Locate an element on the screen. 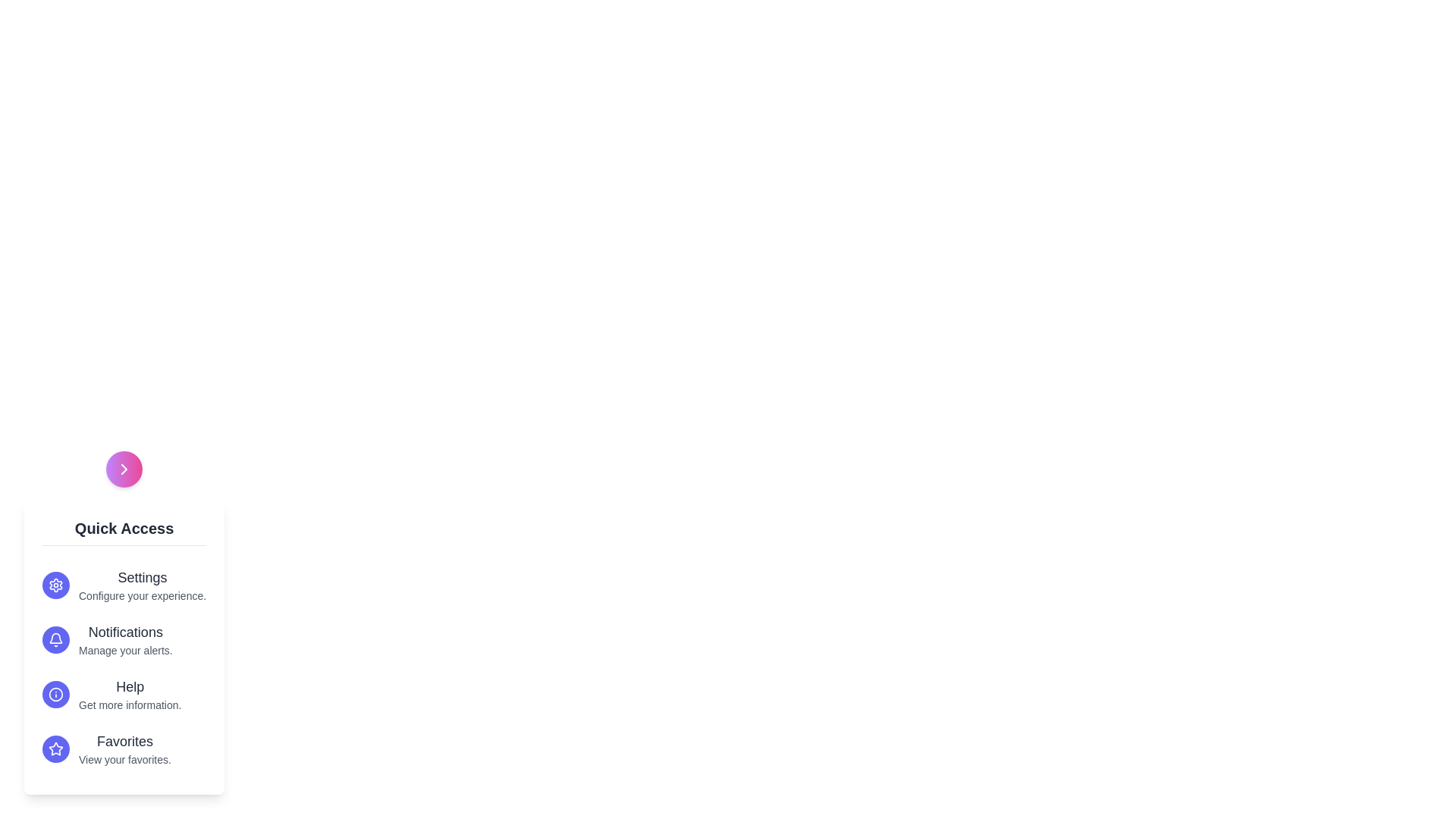  the menu option Help to highlight it visually is located at coordinates (124, 694).